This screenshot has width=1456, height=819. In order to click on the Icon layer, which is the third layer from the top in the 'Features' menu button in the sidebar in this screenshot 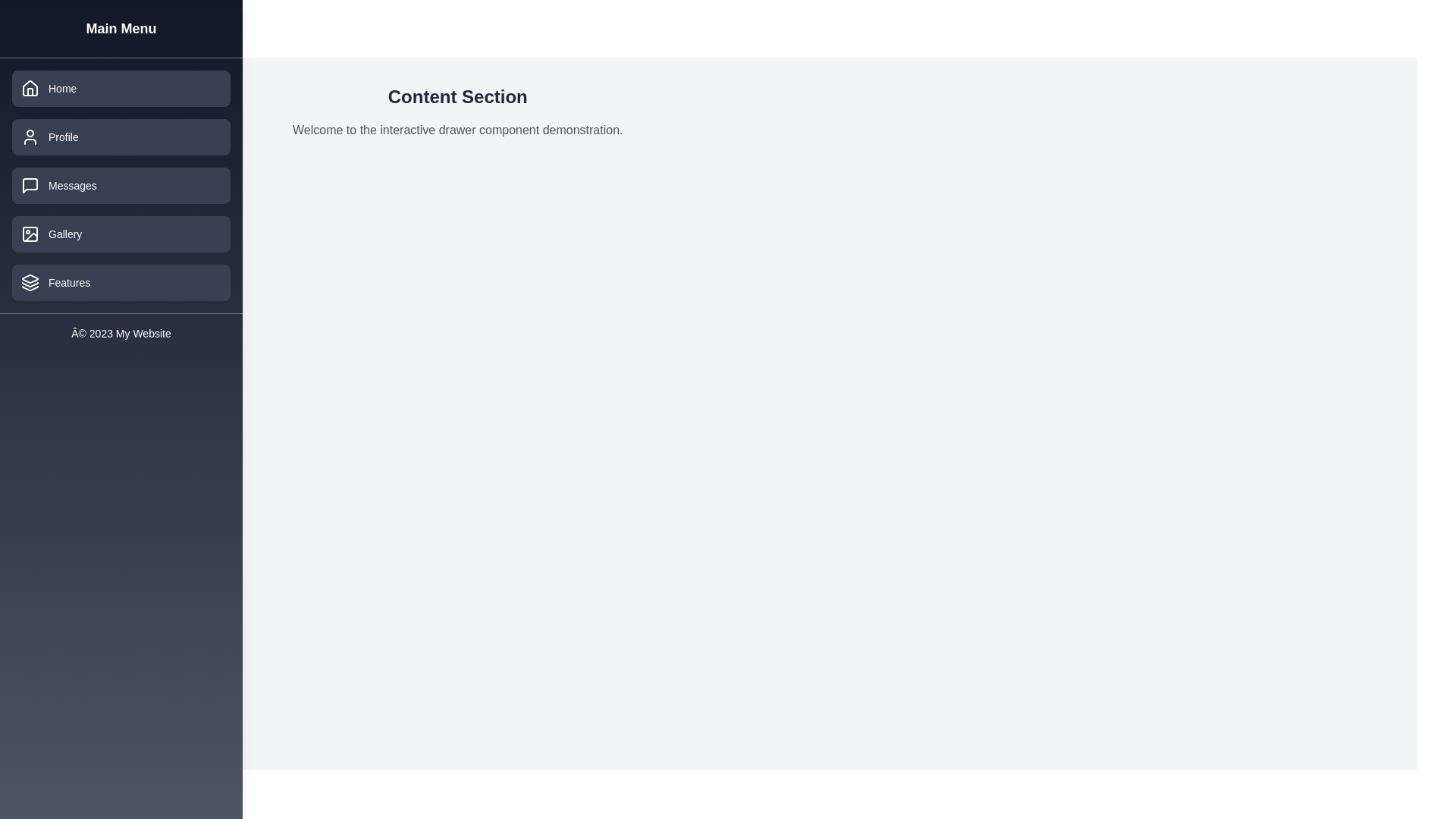, I will do `click(30, 288)`.